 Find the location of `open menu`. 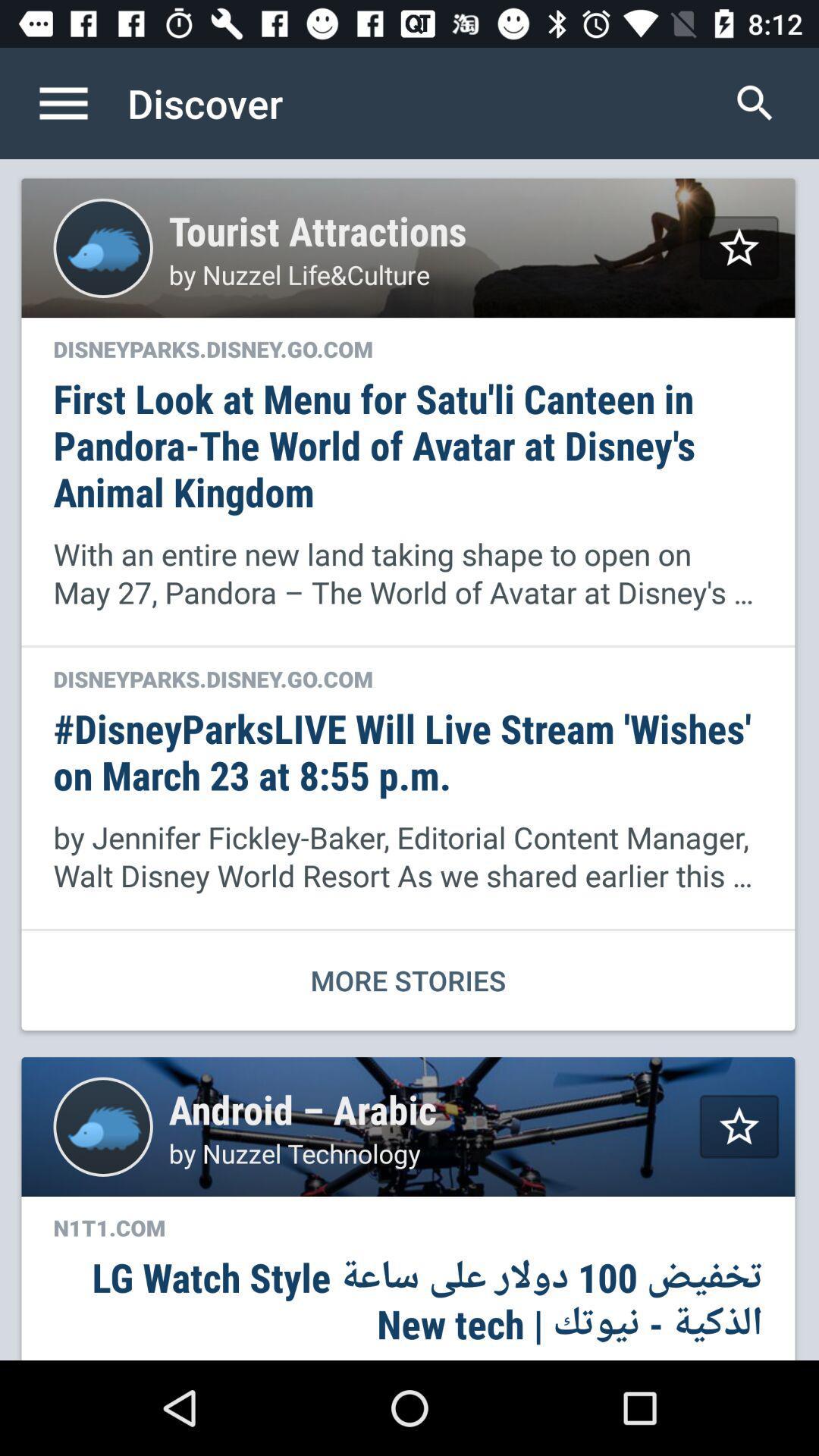

open menu is located at coordinates (79, 102).